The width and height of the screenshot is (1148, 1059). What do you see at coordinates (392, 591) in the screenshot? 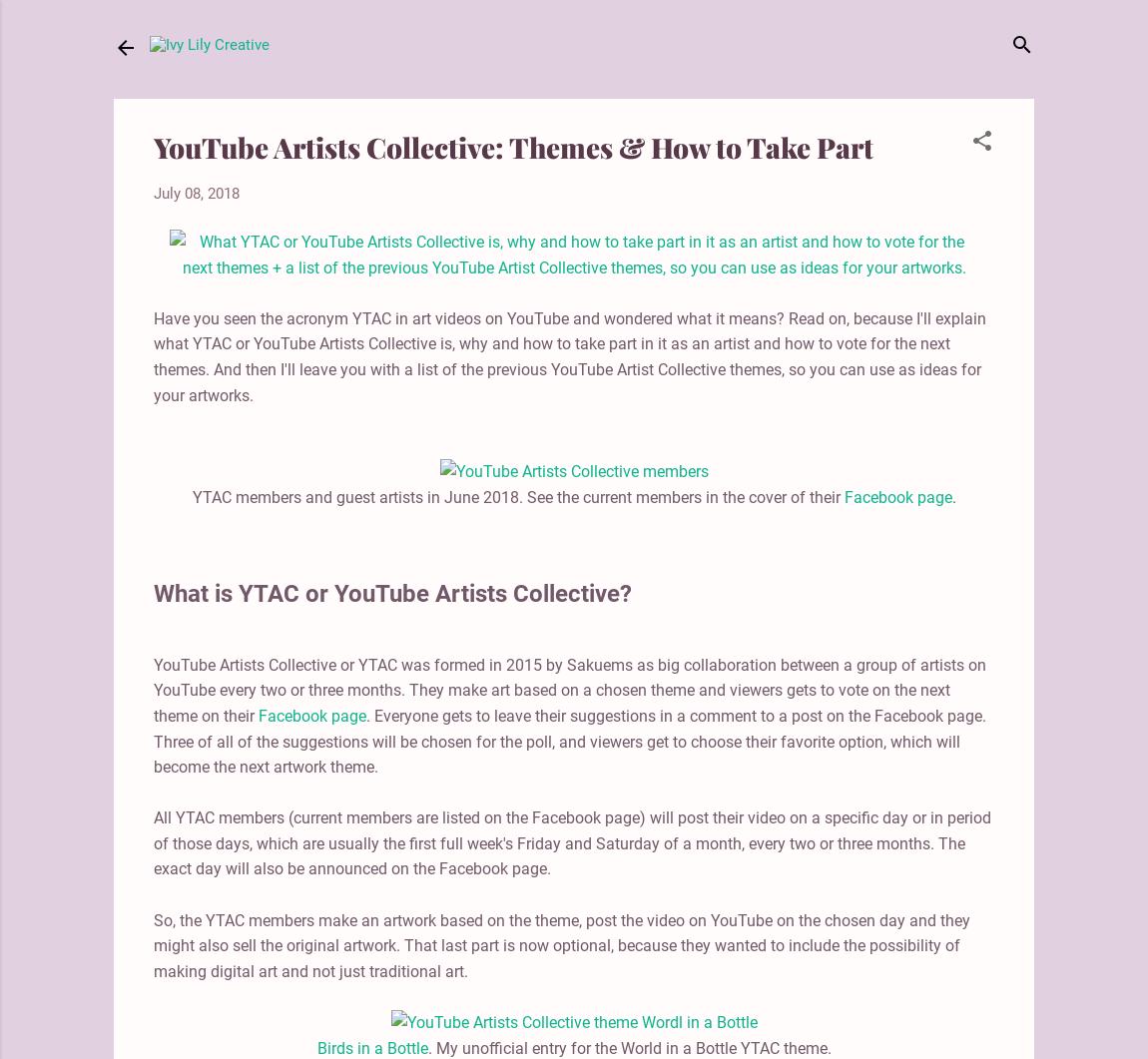
I see `'What is YTAC or YouTube Artists Collective?'` at bounding box center [392, 591].